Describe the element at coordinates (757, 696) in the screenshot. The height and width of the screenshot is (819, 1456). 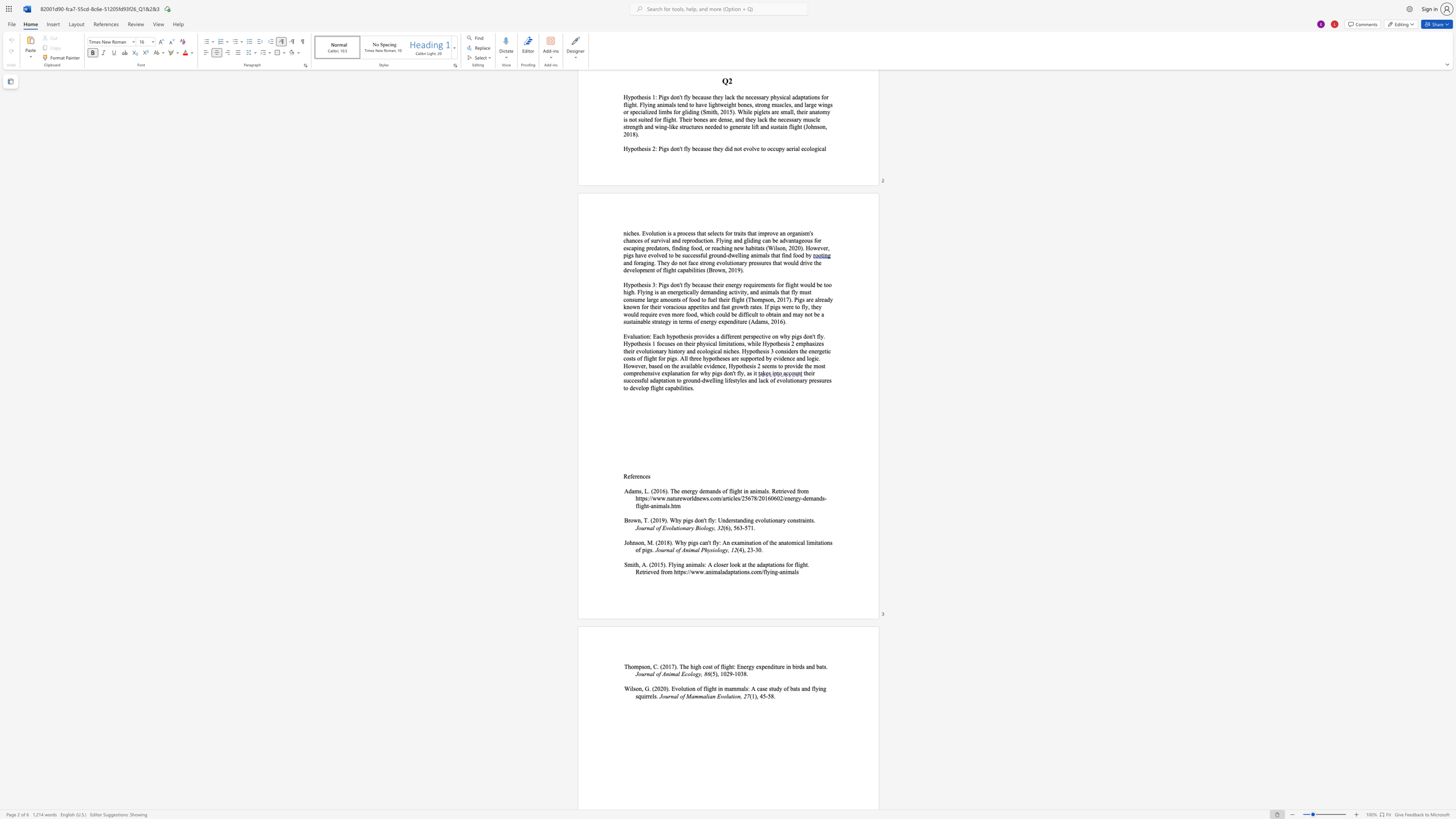
I see `the subset text ", 45-58." within the text "(1), 45-58."` at that location.